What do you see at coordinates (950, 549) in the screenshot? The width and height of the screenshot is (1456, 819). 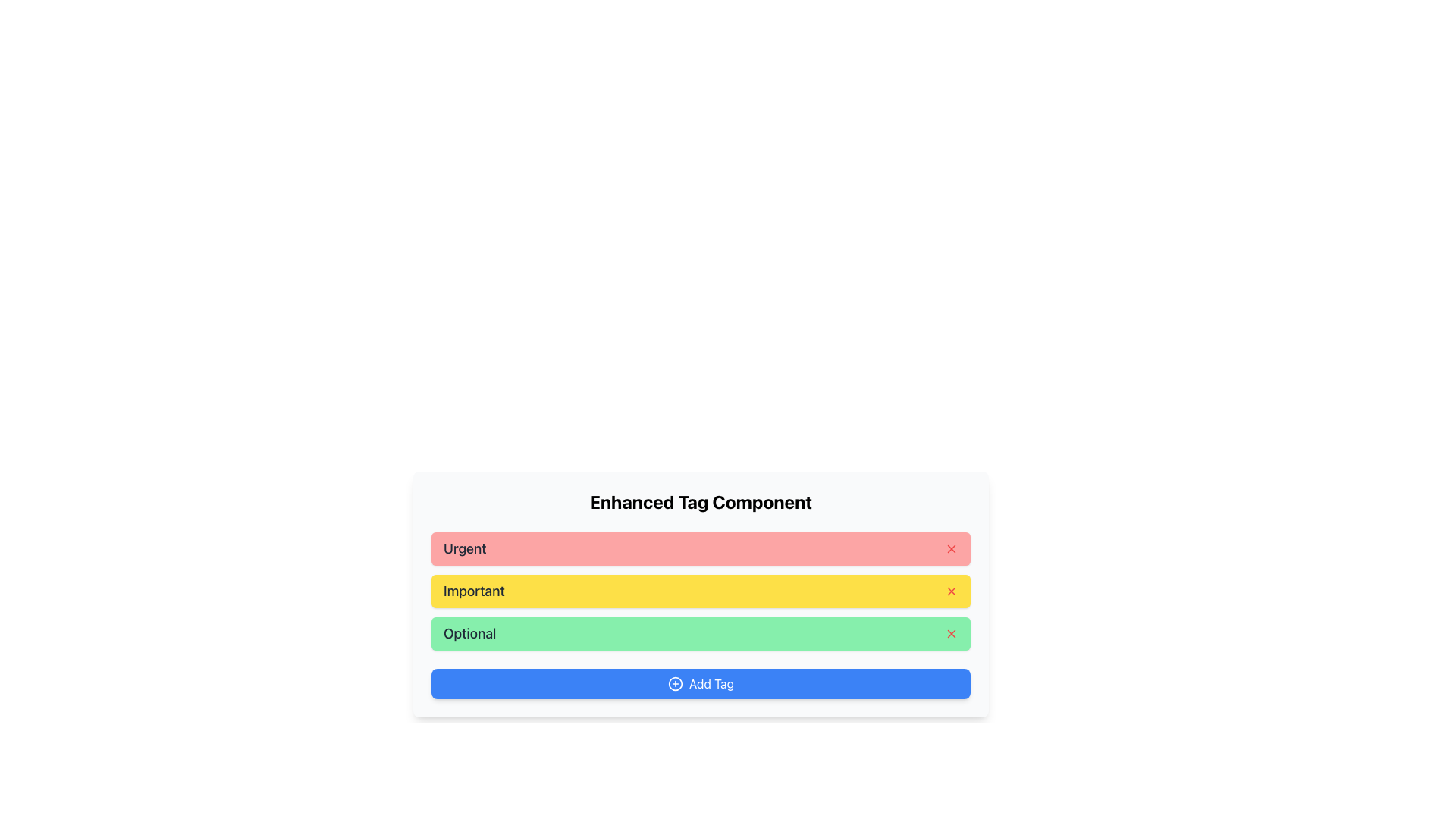 I see `the close button associated with the 'Urgent' tag to observe the color change indicating interactivity` at bounding box center [950, 549].